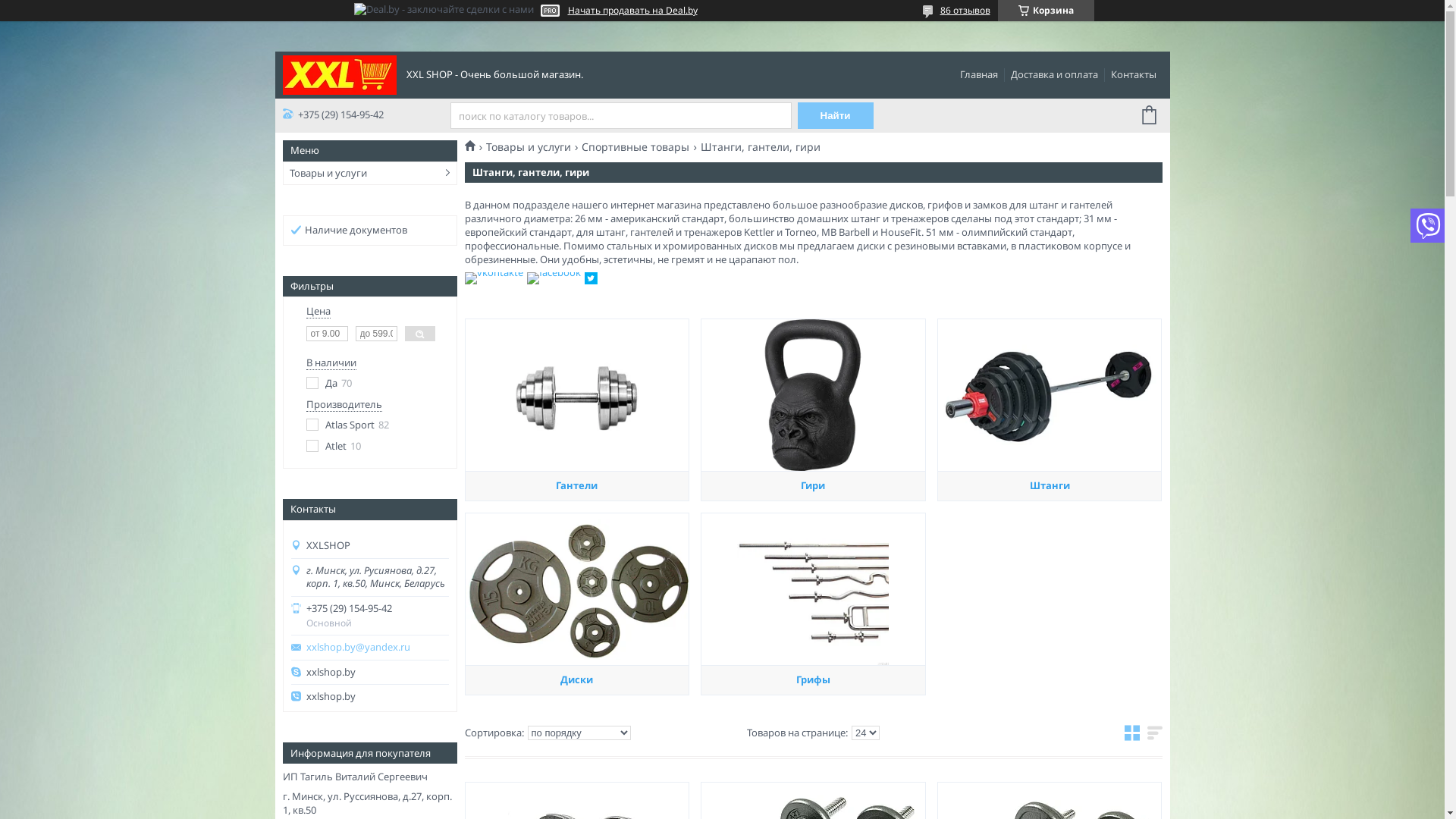 This screenshot has width=1456, height=819. I want to click on 'xxlshop.by@yandex.ru', so click(378, 647).